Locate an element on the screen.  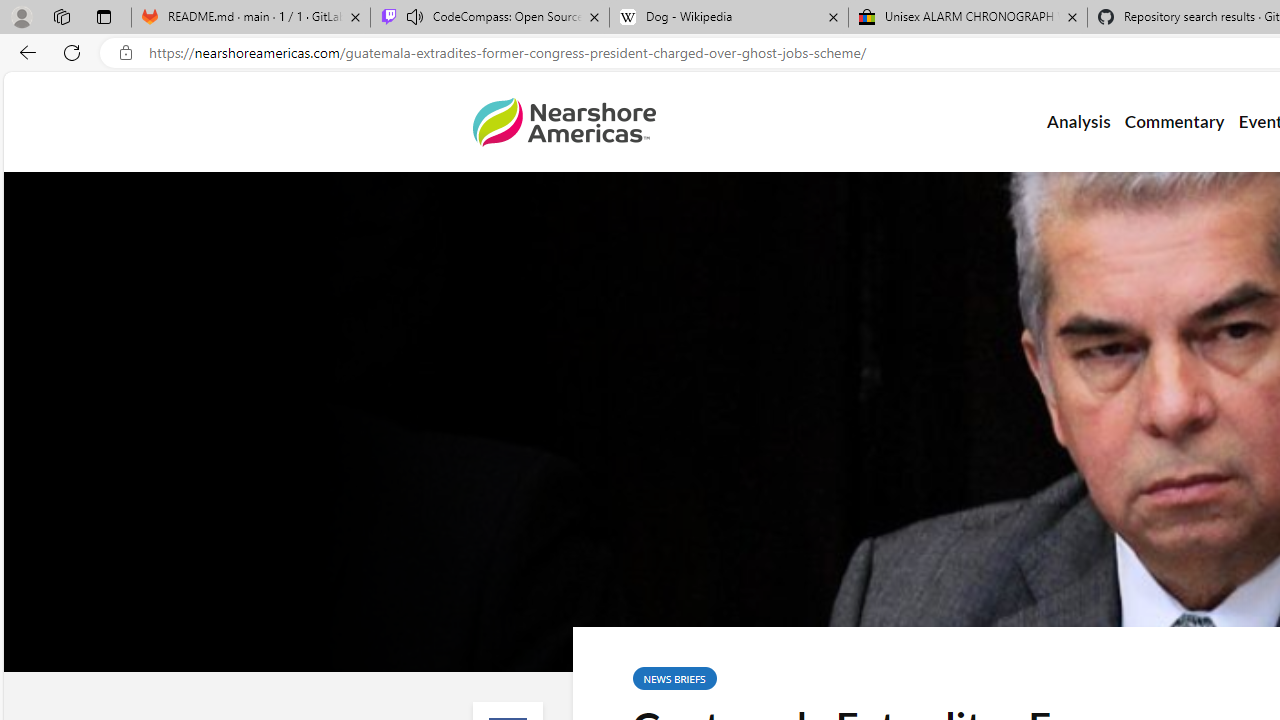
'Dog - Wikipedia' is located at coordinates (728, 17).